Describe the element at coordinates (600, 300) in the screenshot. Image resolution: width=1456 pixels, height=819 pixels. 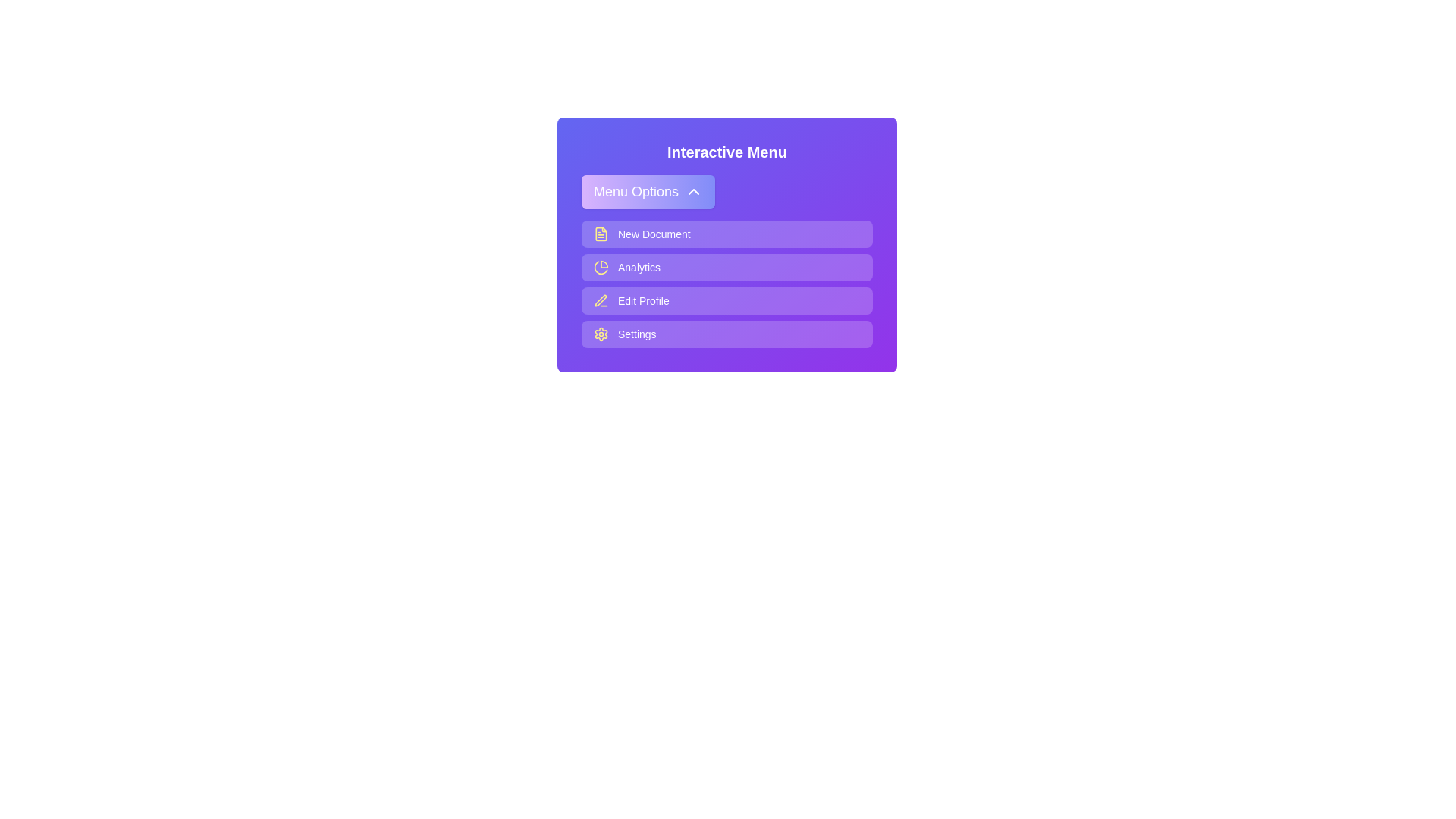
I see `the pen icon located within the 'Edit Profile' button, which is positioned at the leftmost part of the button` at that location.